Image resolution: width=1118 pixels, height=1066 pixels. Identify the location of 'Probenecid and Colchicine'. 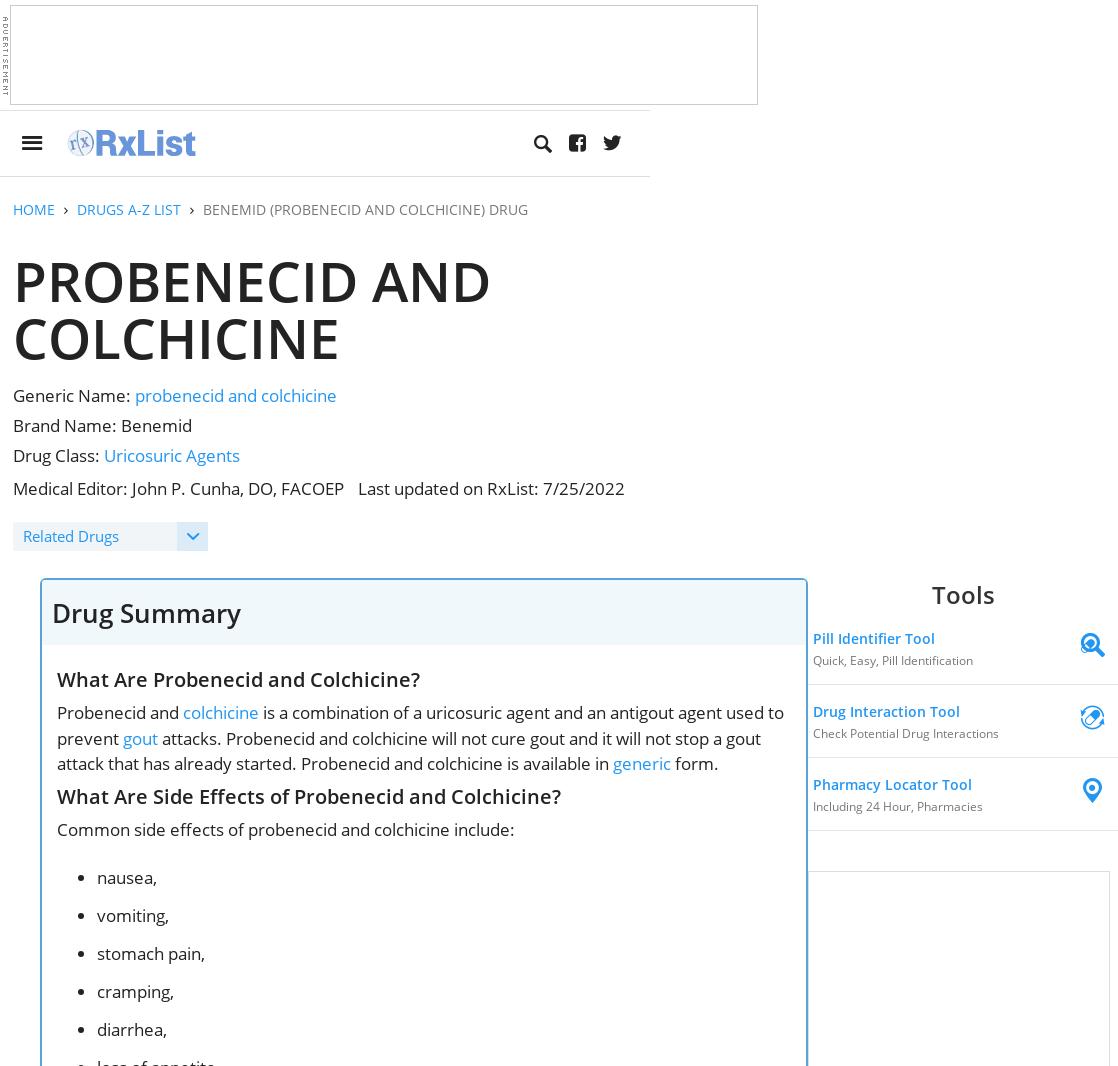
(12, 309).